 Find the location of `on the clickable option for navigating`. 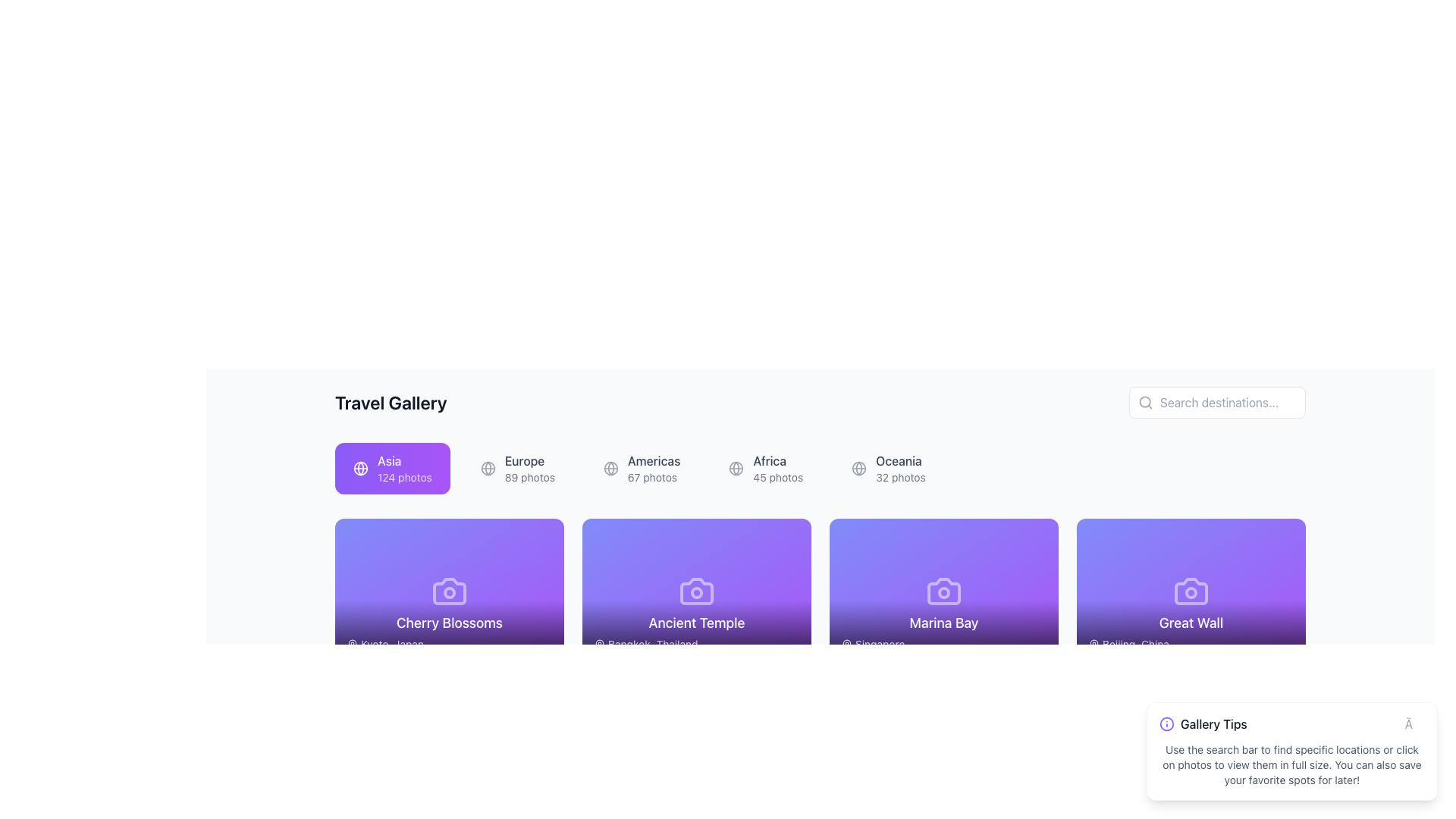

on the clickable option for navigating is located at coordinates (654, 467).